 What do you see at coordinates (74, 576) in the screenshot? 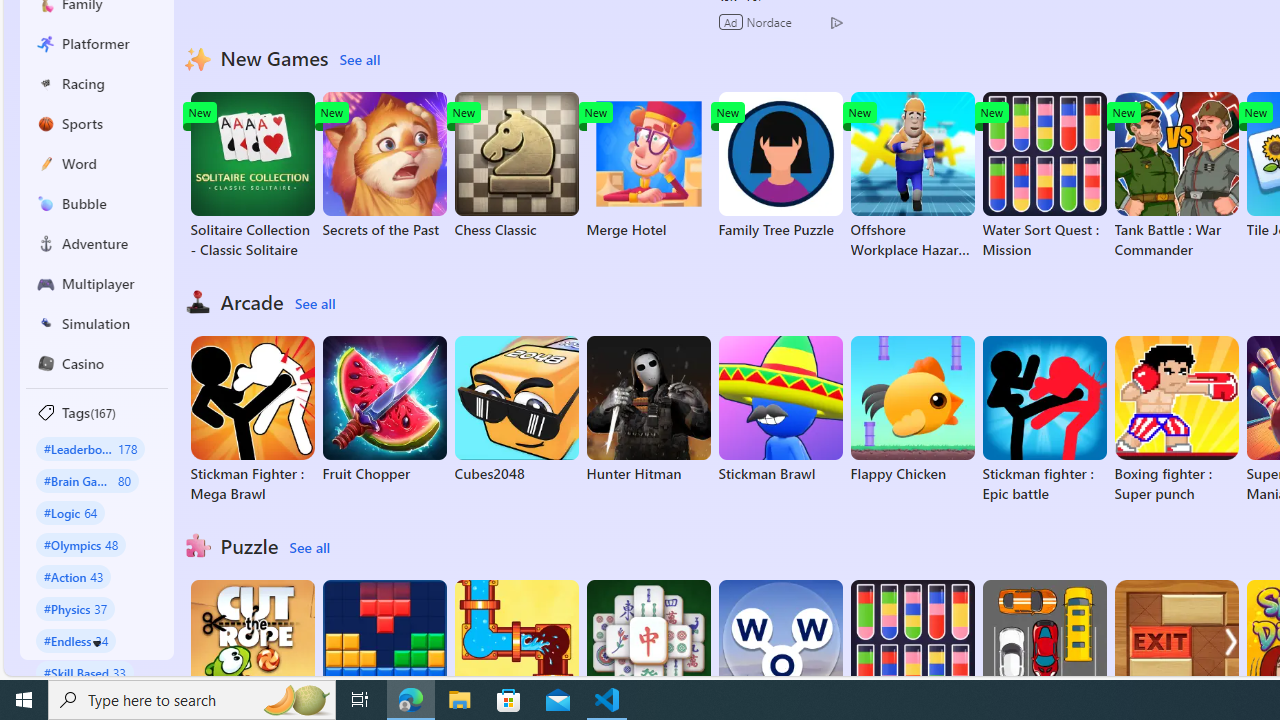
I see `'#Action 43'` at bounding box center [74, 576].